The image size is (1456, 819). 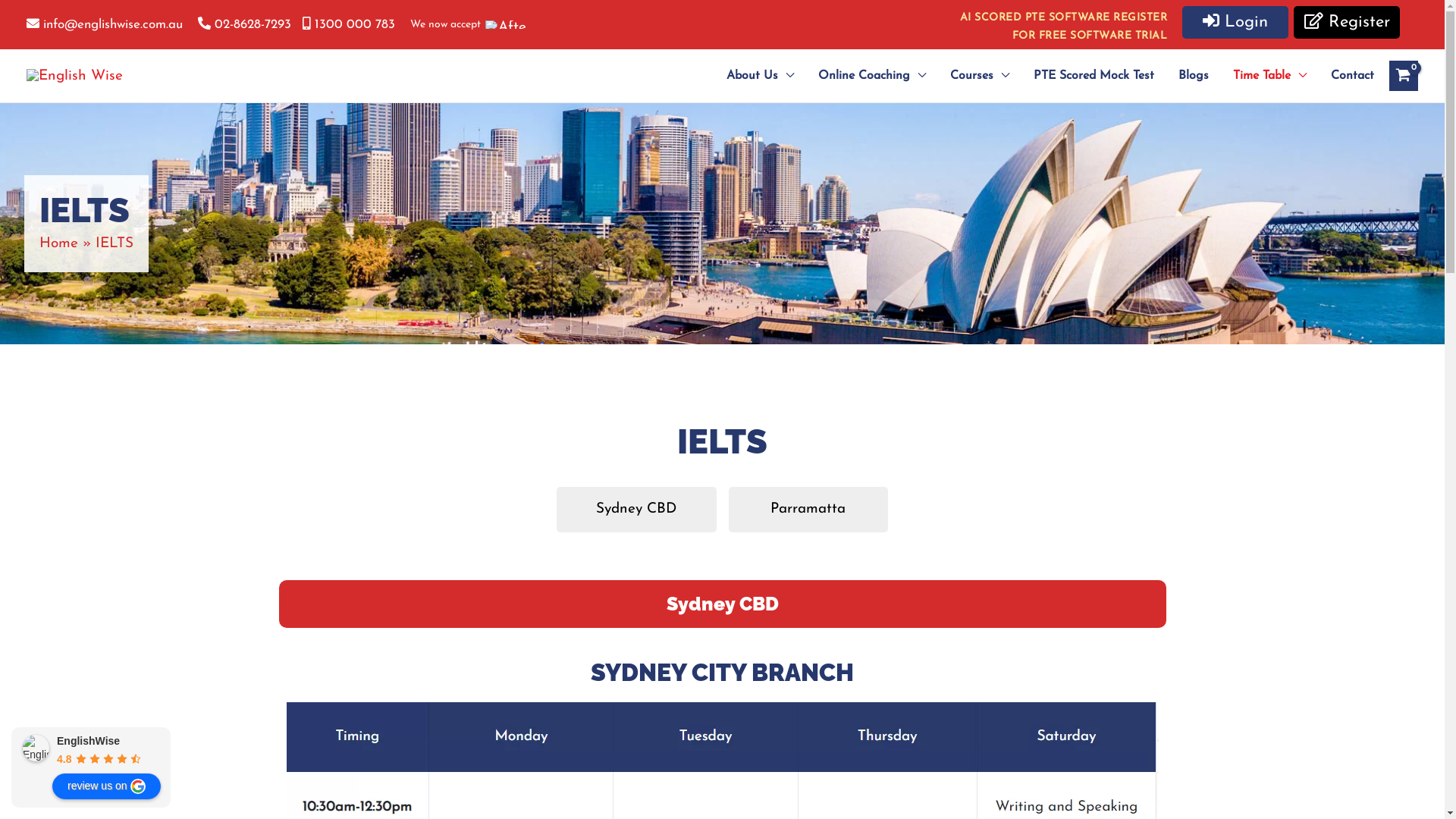 I want to click on 'Sydney CBD', so click(x=636, y=509).